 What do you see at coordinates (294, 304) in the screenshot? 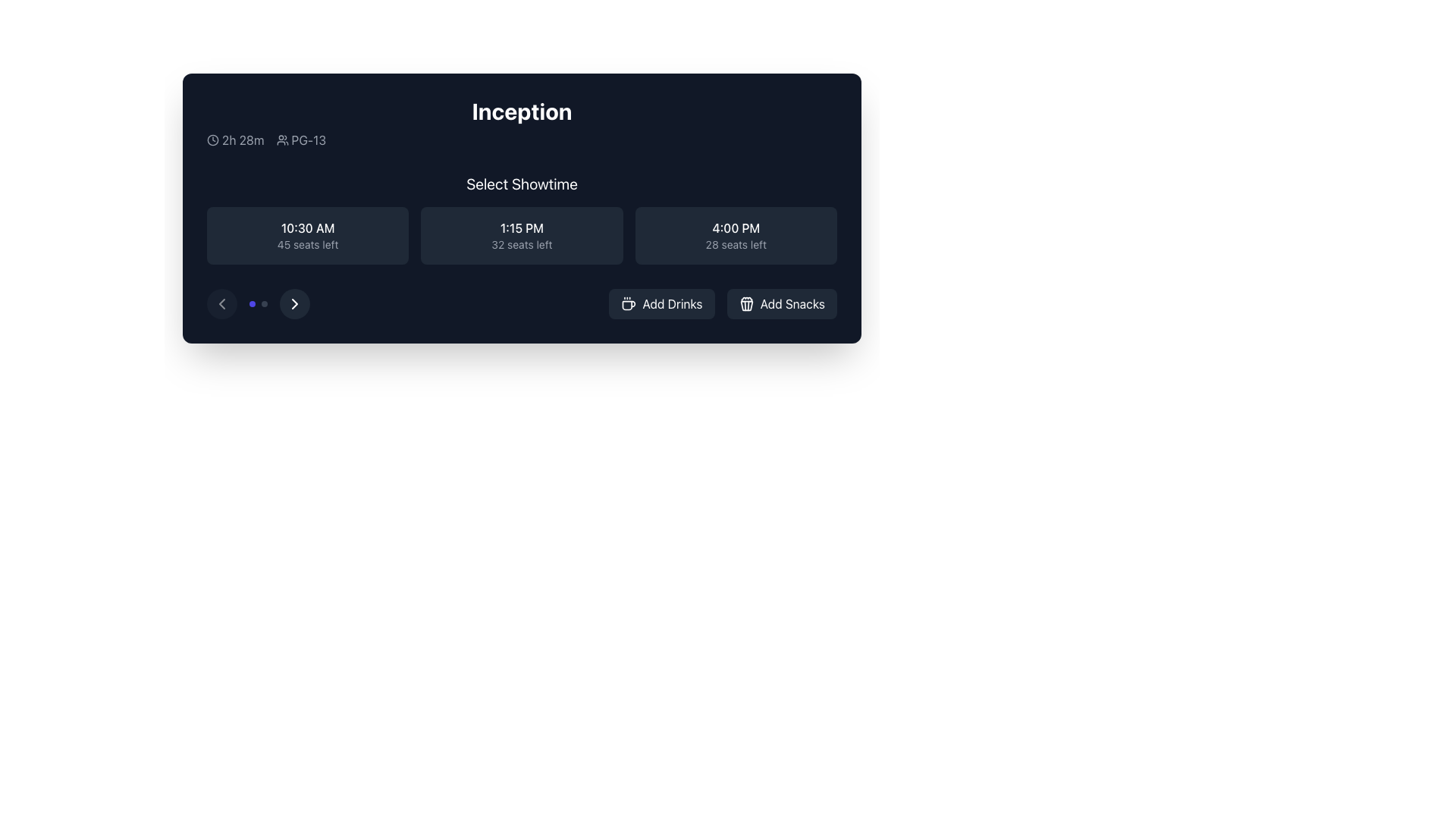
I see `the interactive chevron-right icon button located in the bottom left area of the interface, which is used for navigating forward` at bounding box center [294, 304].